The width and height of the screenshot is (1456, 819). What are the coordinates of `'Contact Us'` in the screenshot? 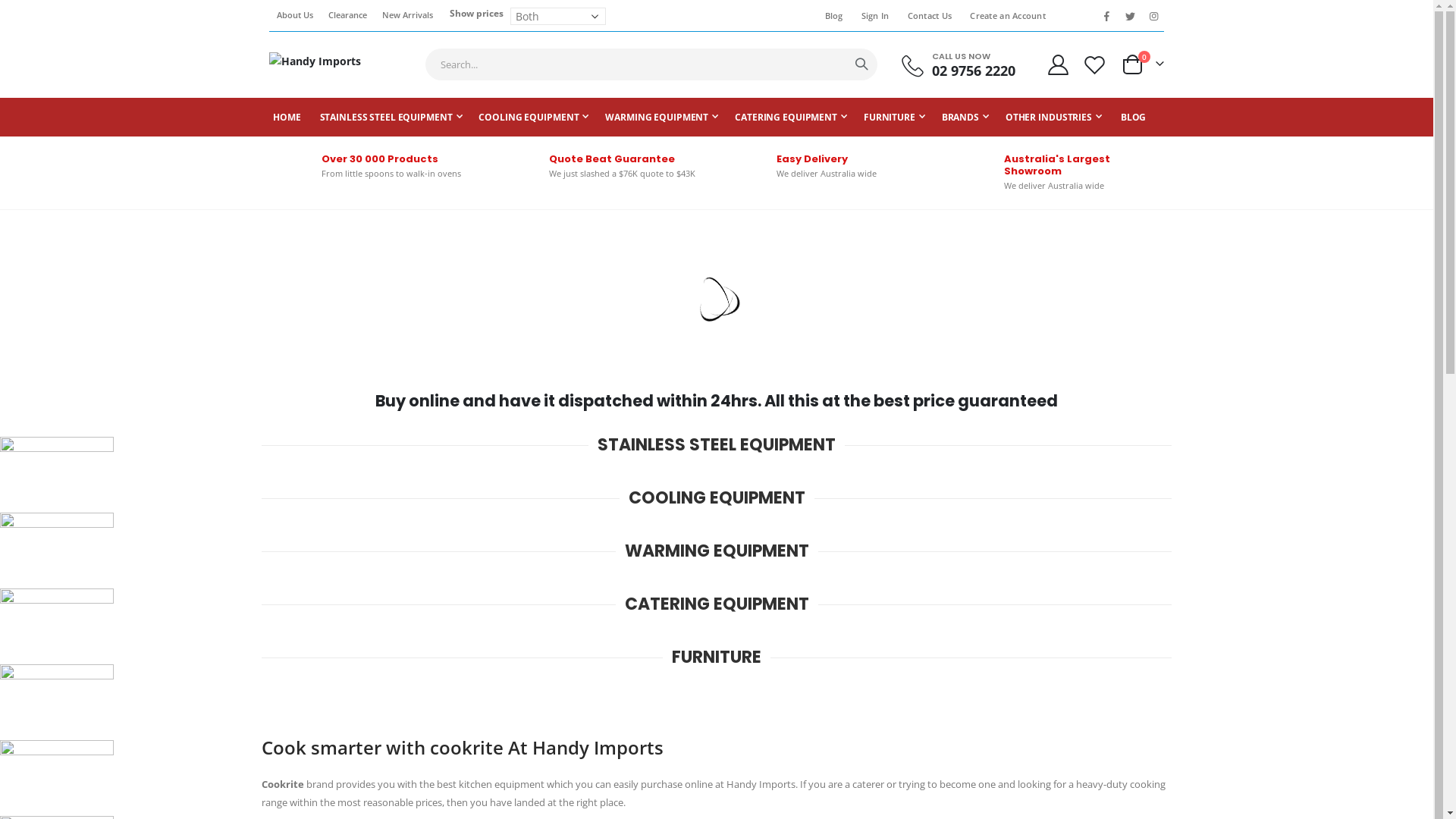 It's located at (926, 15).